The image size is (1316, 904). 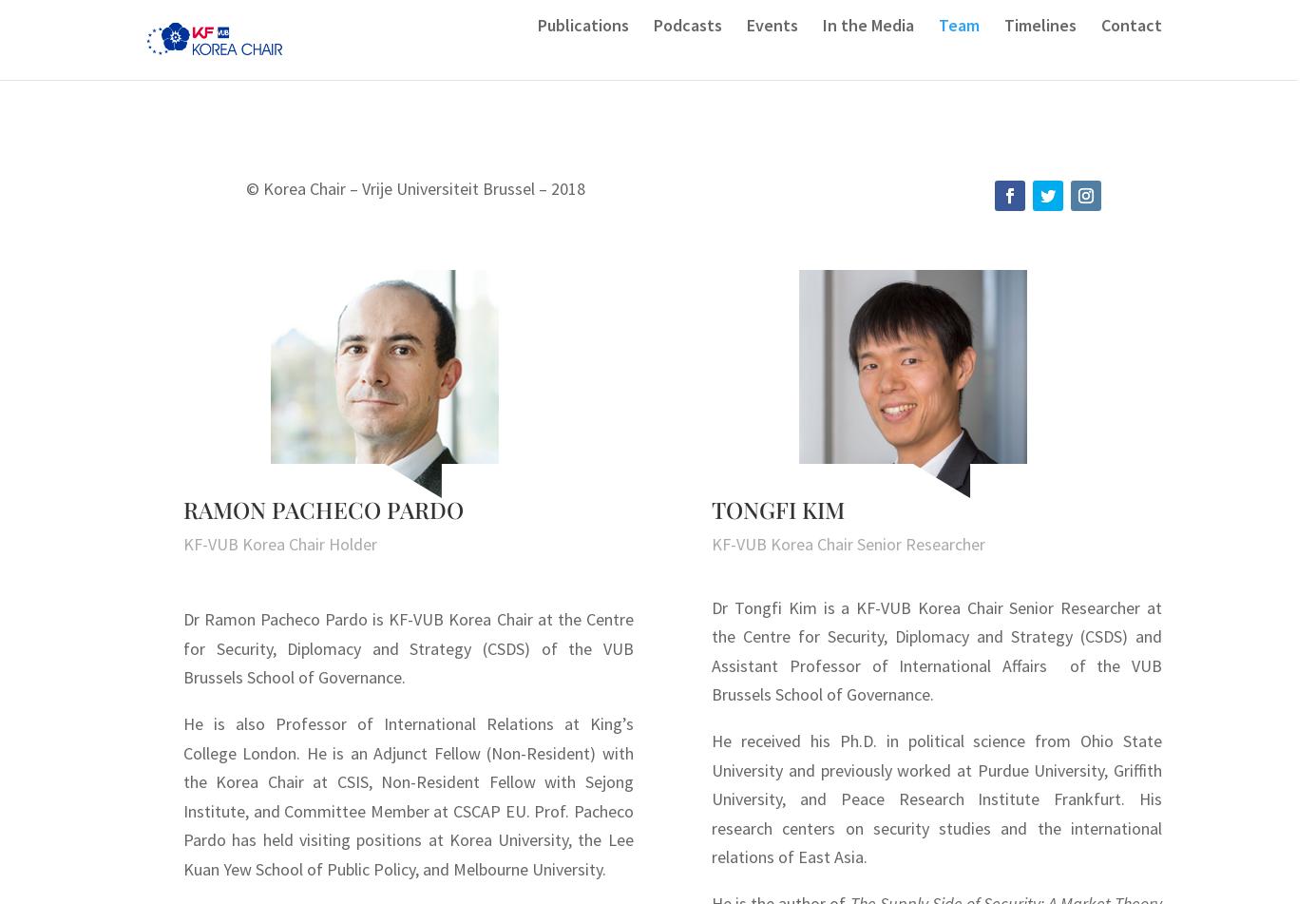 What do you see at coordinates (653, 53) in the screenshot?
I see `'Podcasts'` at bounding box center [653, 53].